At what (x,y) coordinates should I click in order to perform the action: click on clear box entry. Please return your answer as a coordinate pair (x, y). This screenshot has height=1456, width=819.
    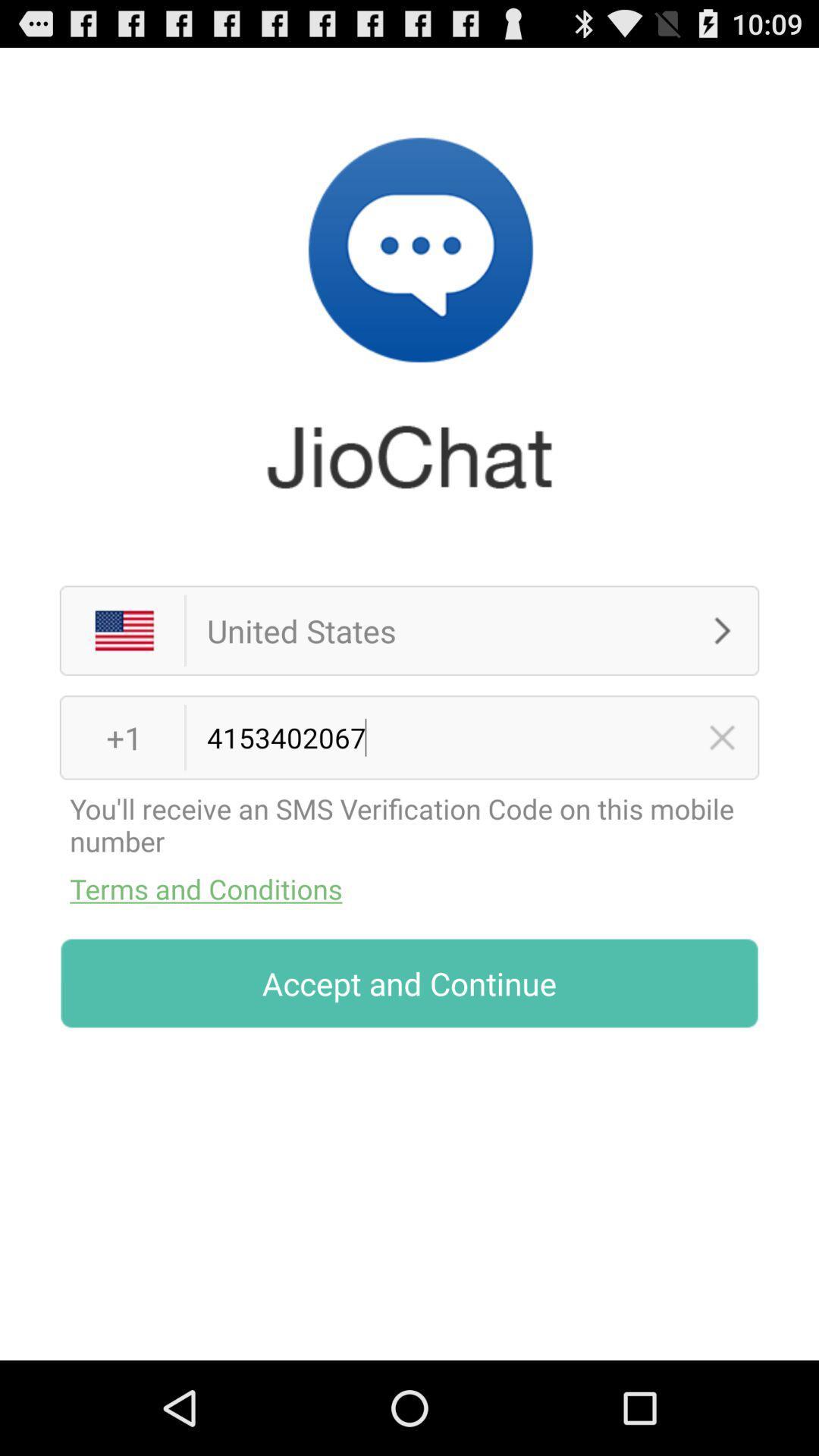
    Looking at the image, I should click on (721, 737).